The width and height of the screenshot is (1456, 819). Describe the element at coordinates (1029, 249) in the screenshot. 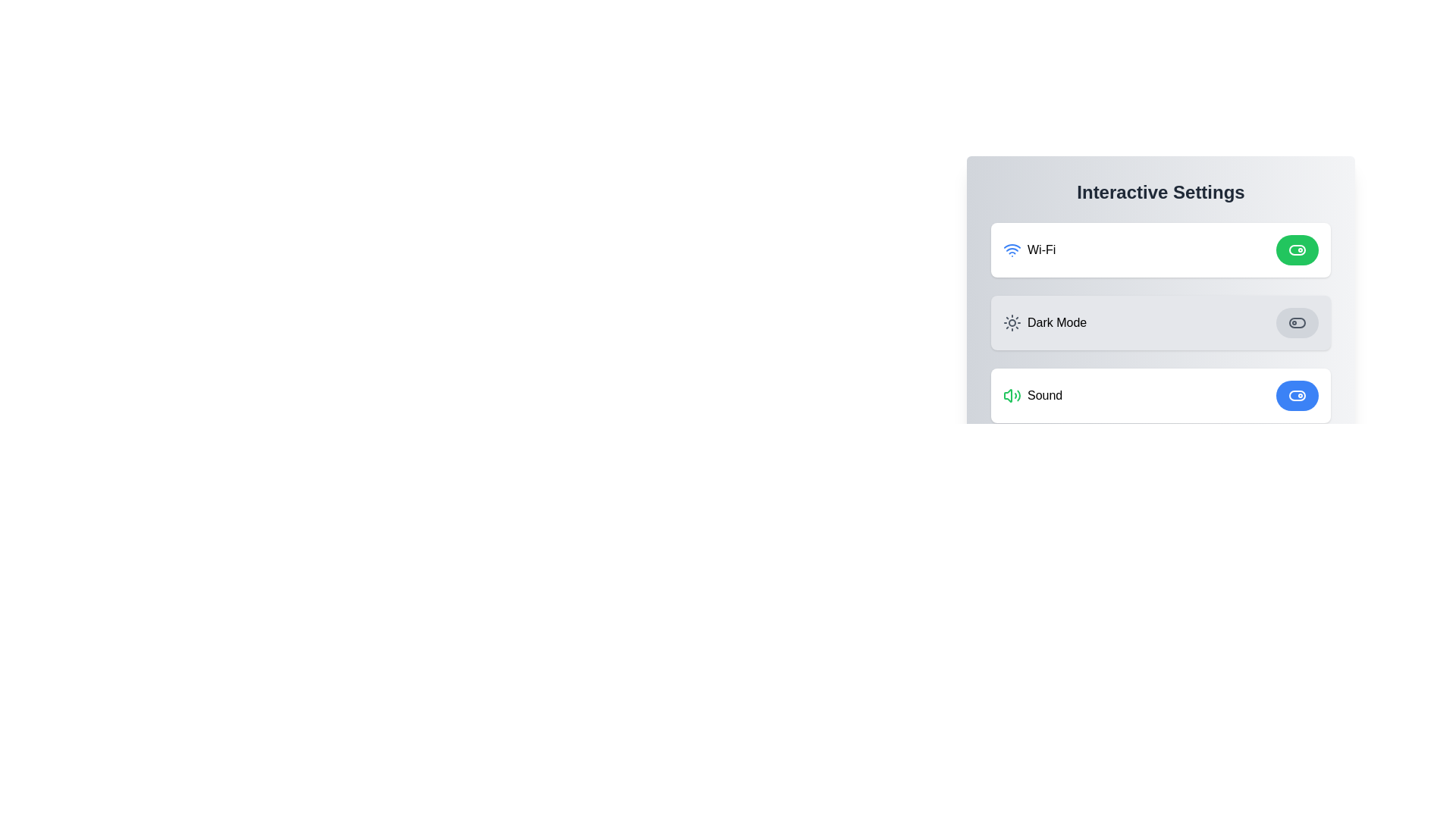

I see `the Wi-Fi icon in the interactive settings menu, which is the first item in the vertically stacked list of settings options` at that location.